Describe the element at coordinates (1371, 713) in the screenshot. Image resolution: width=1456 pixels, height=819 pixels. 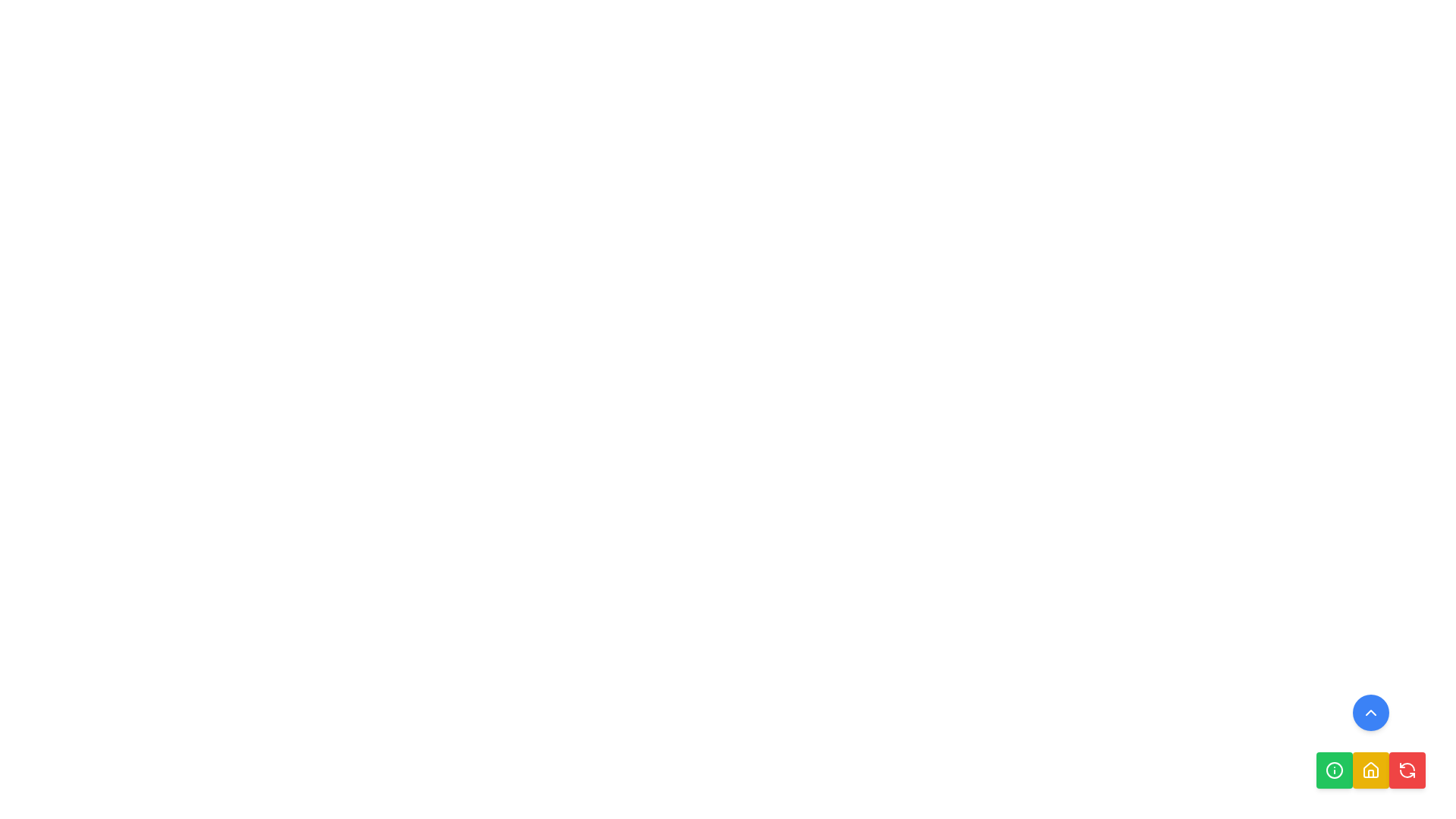
I see `the circular blue button with a white upward-pointing chevron to change its style` at that location.